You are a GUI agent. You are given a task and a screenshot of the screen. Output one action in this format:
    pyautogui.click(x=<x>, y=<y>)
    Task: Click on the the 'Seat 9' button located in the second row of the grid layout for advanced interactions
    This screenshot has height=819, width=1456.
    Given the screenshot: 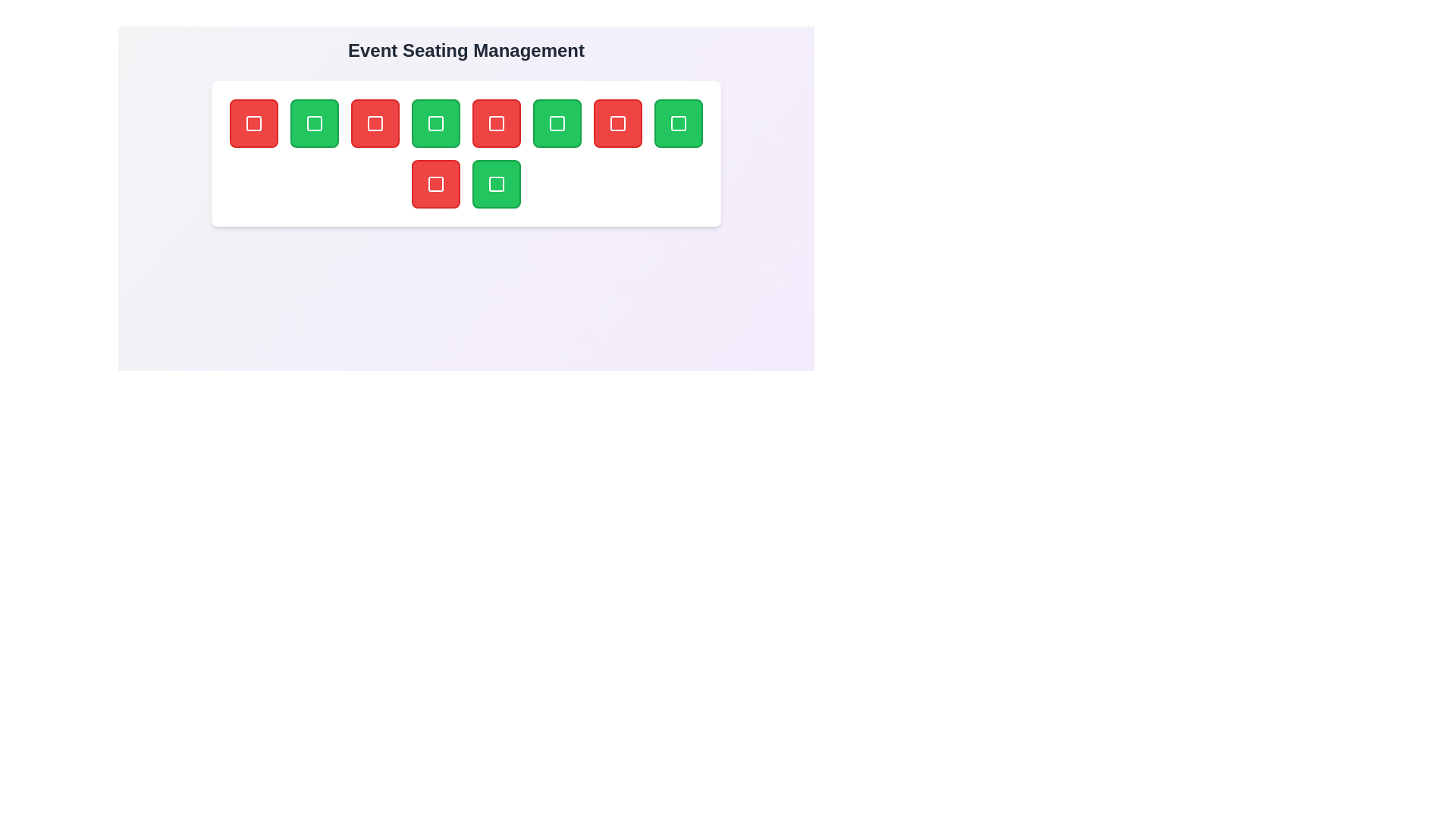 What is the action you would take?
    pyautogui.click(x=435, y=184)
    